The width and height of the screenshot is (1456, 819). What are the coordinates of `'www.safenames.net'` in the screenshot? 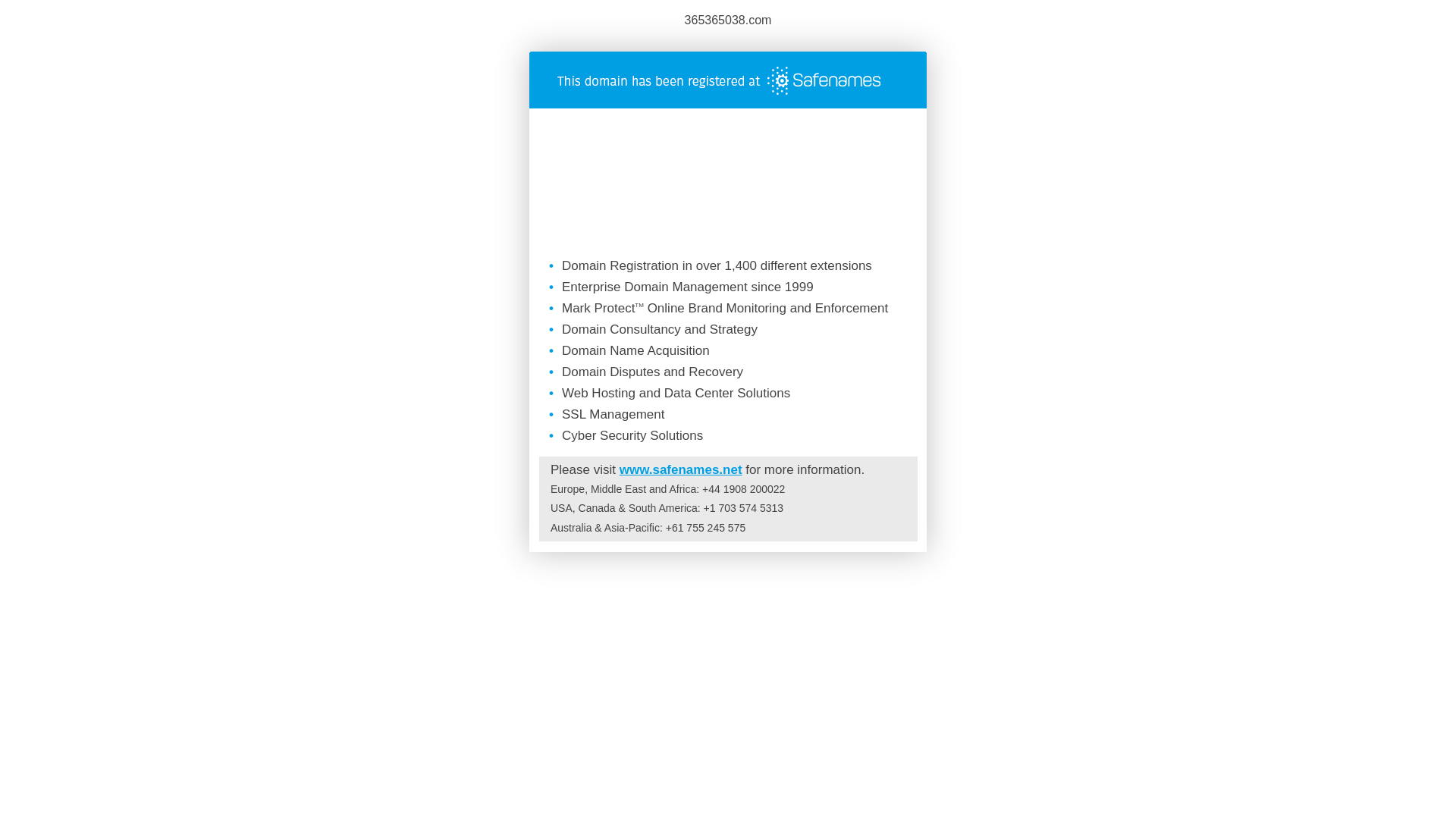 It's located at (679, 469).